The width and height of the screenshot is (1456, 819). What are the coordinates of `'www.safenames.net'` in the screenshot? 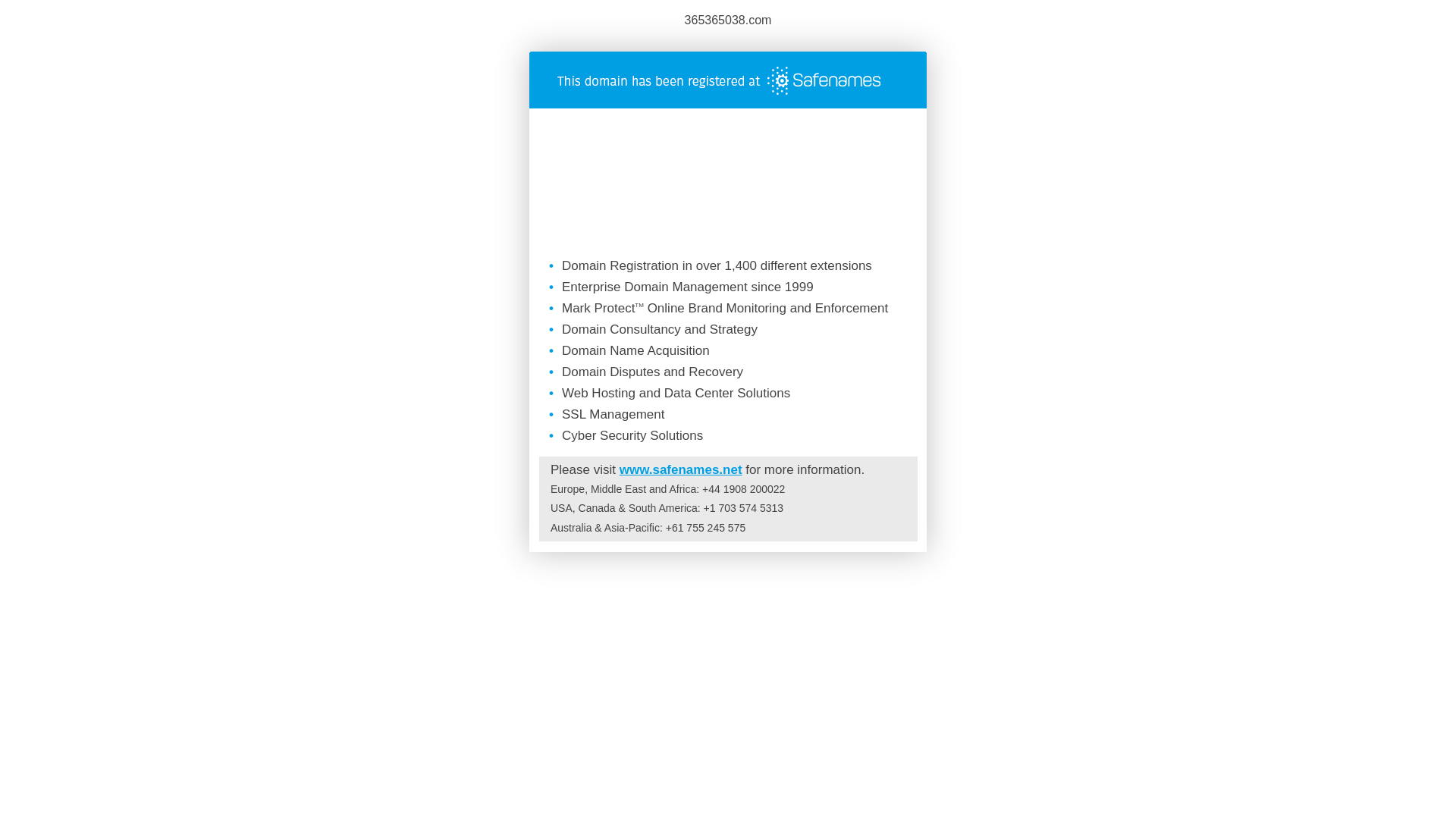 It's located at (679, 469).